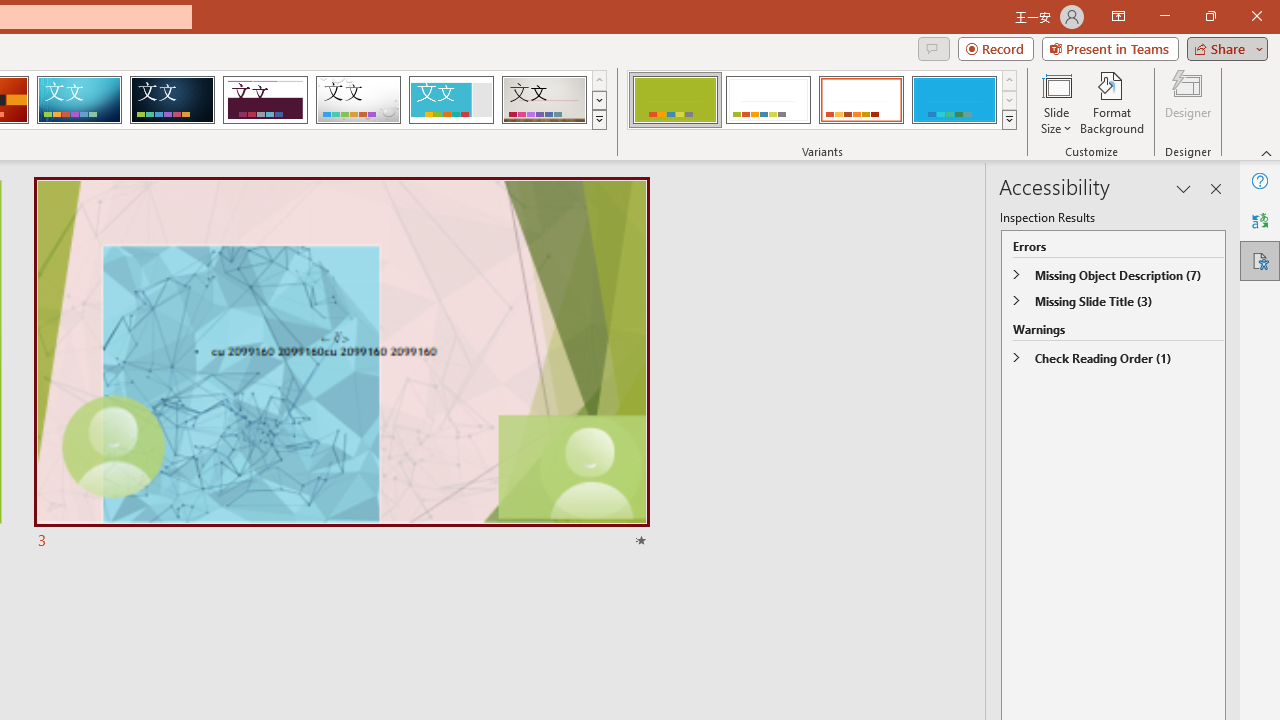 The width and height of the screenshot is (1280, 720). What do you see at coordinates (1111, 103) in the screenshot?
I see `'Format Background'` at bounding box center [1111, 103].